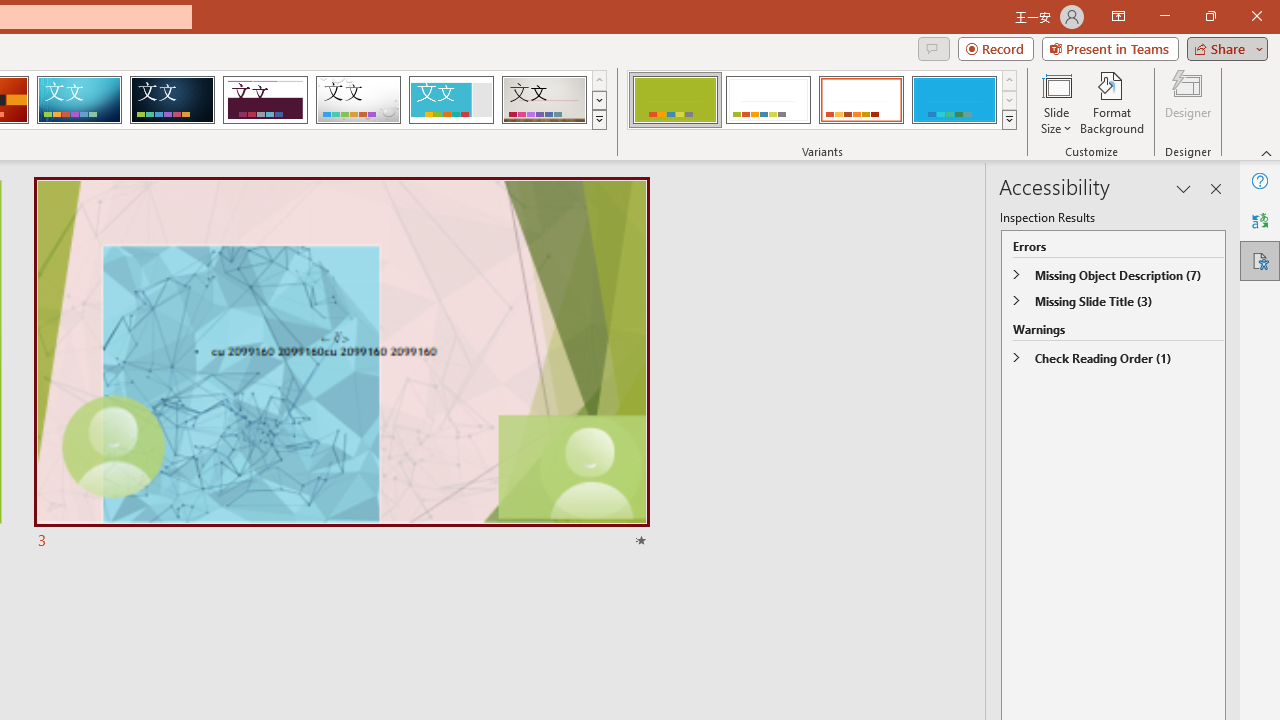 The width and height of the screenshot is (1280, 720). What do you see at coordinates (1111, 103) in the screenshot?
I see `'Format Background'` at bounding box center [1111, 103].